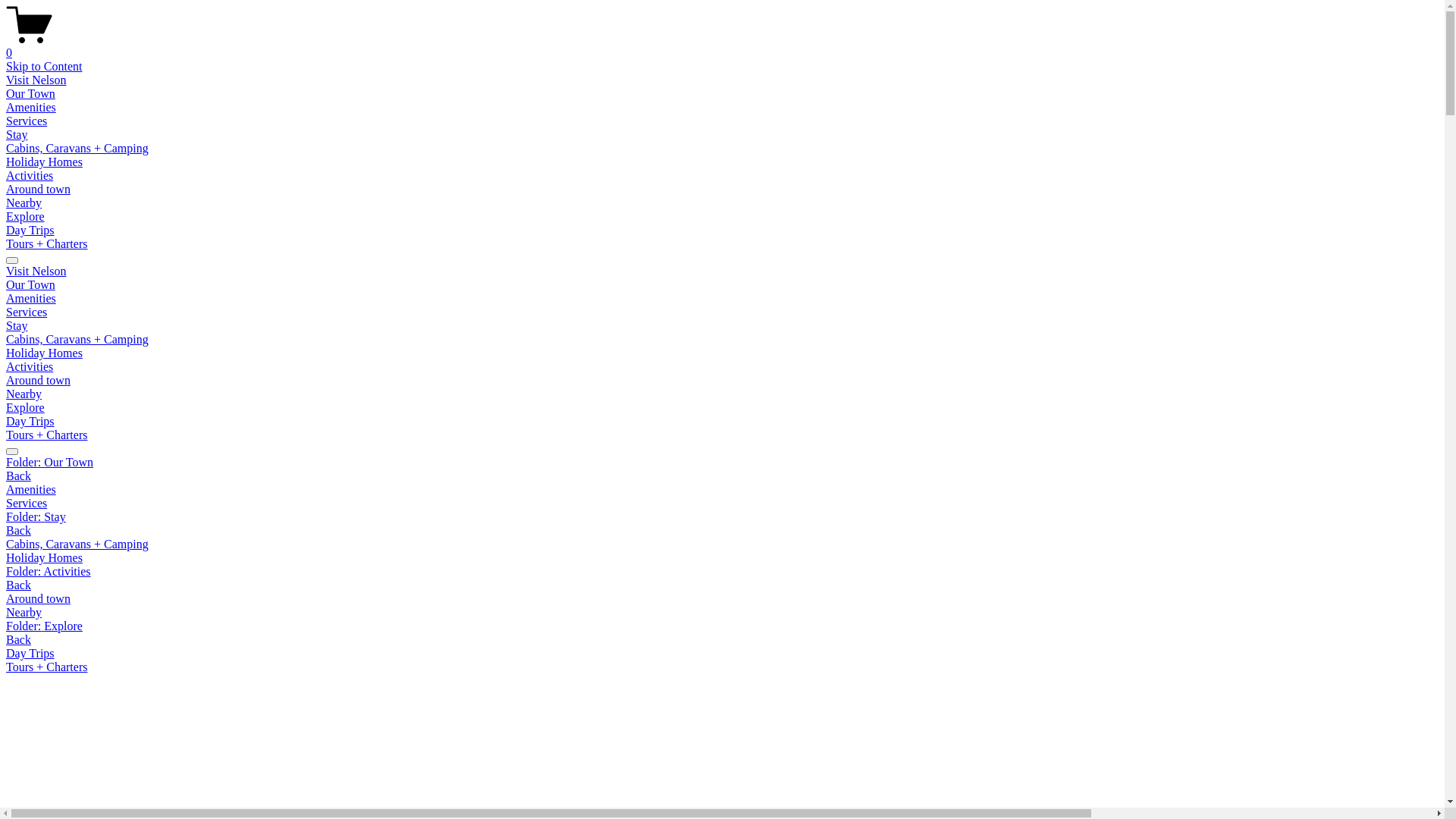 The image size is (1456, 819). Describe the element at coordinates (26, 120) in the screenshot. I see `'Services'` at that location.